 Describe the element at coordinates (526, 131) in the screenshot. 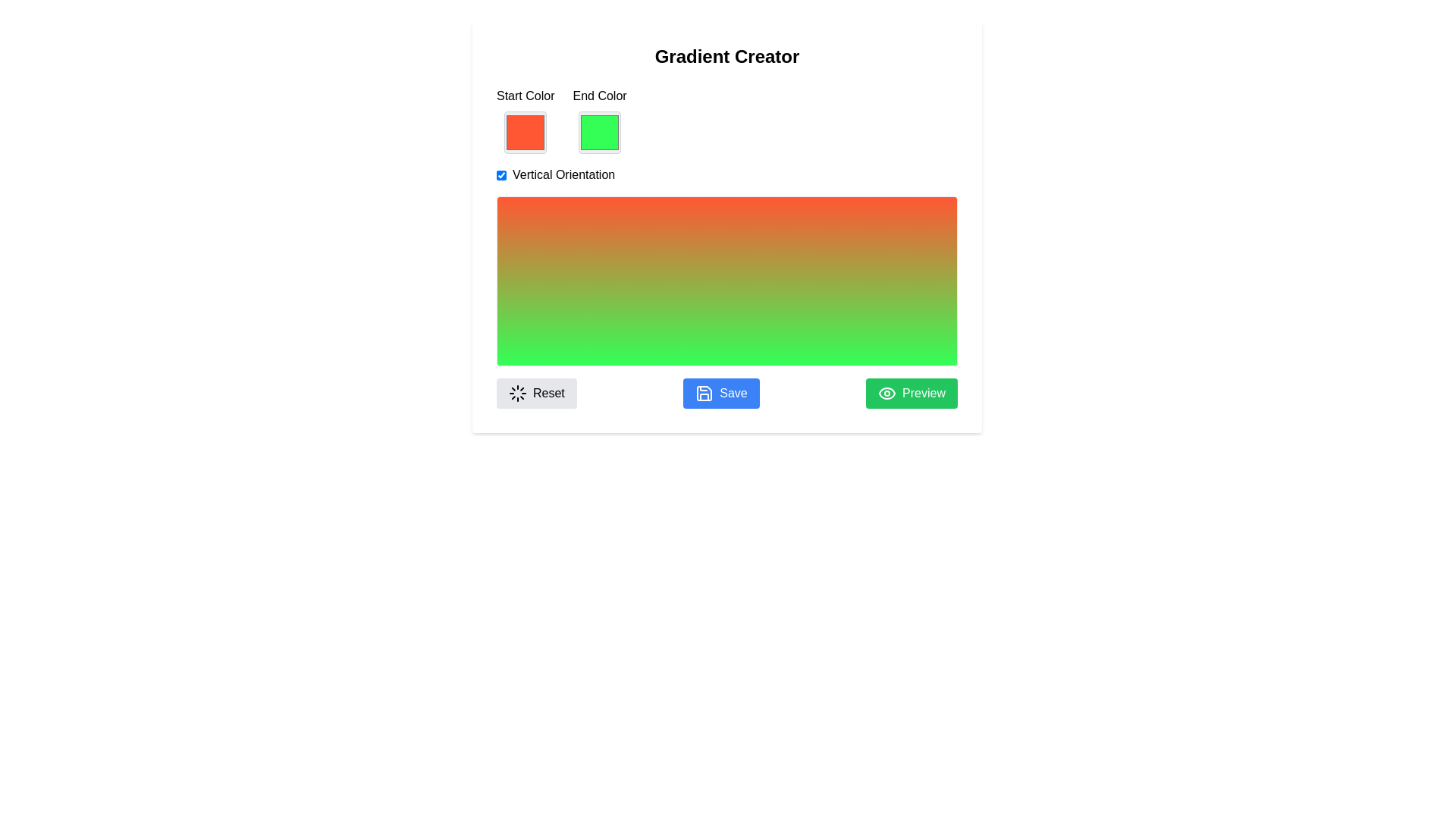

I see `the square color picker button with a solid orange fill located in the 'Start Color' section` at that location.